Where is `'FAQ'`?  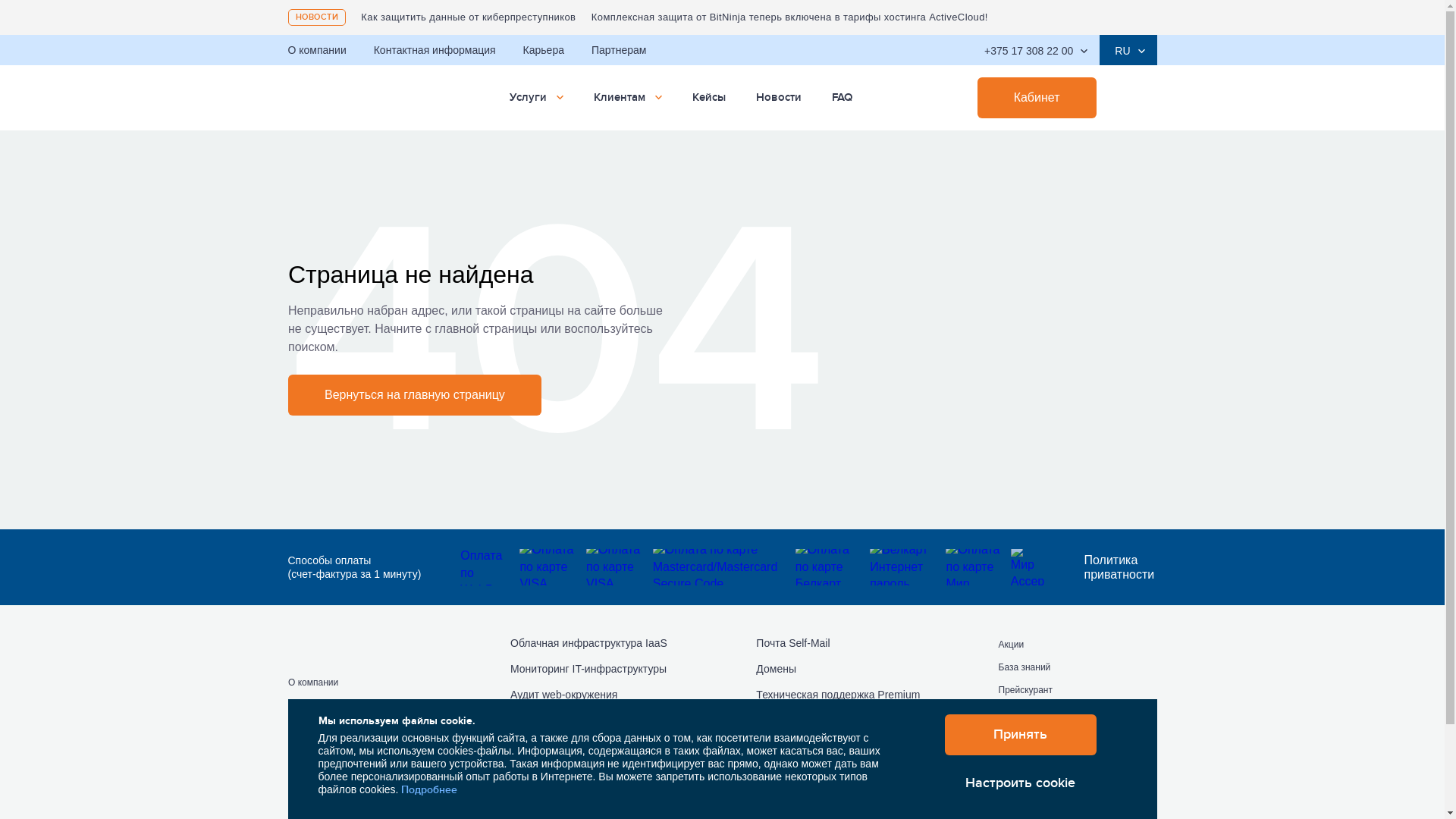 'FAQ' is located at coordinates (840, 97).